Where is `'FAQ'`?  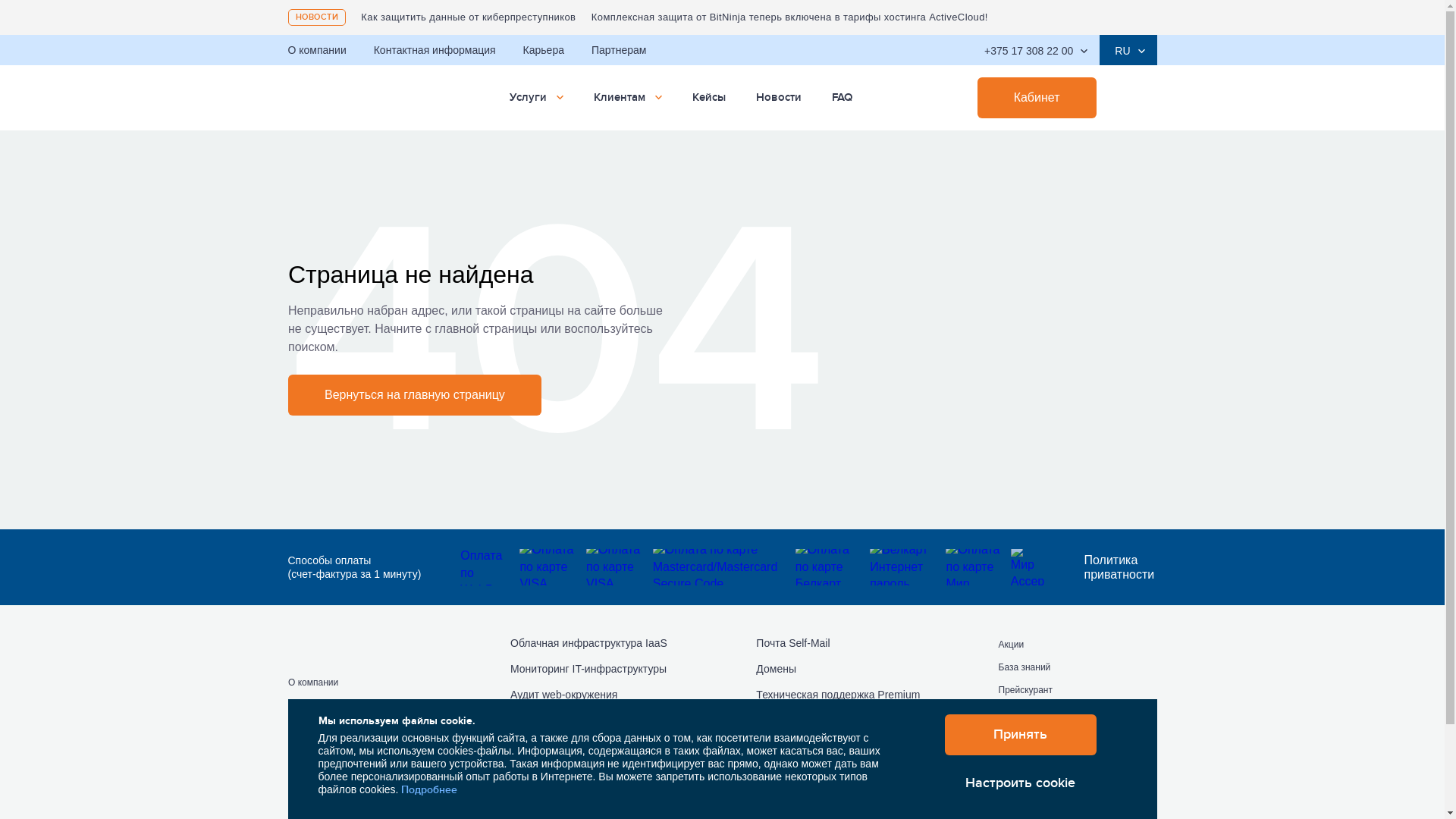 'FAQ' is located at coordinates (840, 97).